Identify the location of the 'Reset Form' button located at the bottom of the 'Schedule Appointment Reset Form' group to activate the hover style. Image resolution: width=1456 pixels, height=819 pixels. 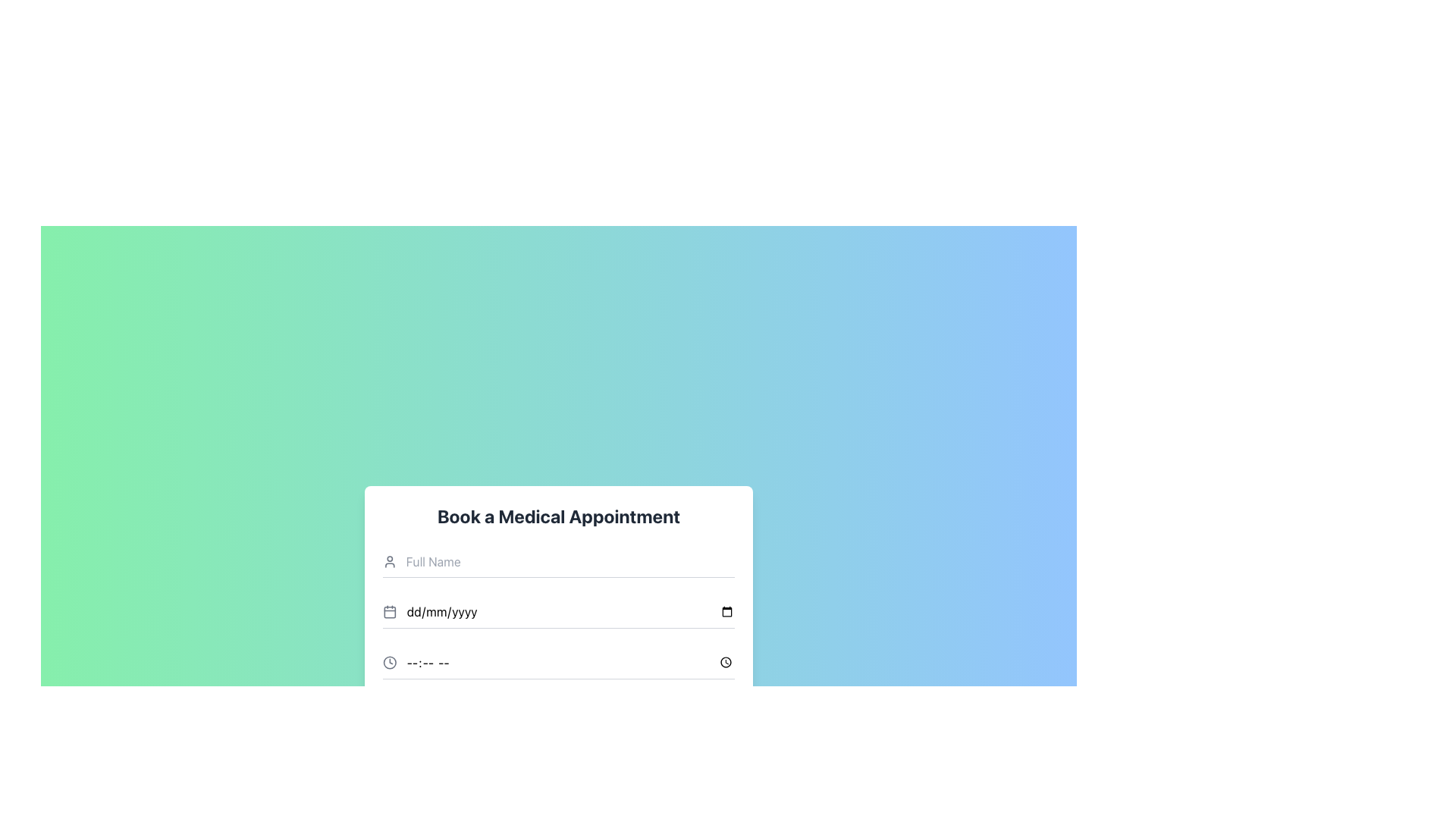
(558, 752).